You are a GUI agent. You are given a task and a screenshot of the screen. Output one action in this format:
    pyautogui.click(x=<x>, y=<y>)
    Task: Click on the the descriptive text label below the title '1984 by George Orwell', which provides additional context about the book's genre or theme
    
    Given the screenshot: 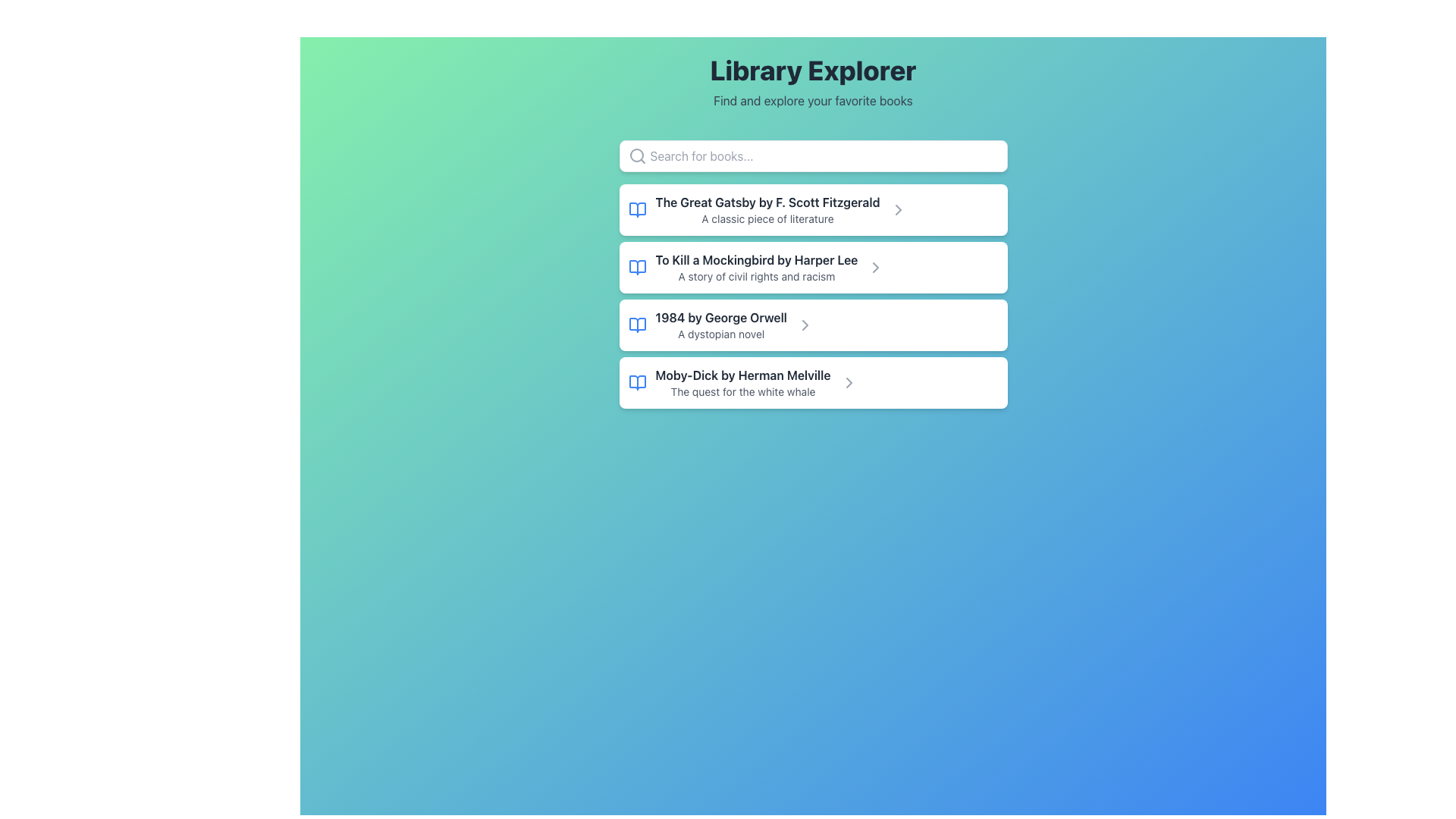 What is the action you would take?
    pyautogui.click(x=720, y=333)
    